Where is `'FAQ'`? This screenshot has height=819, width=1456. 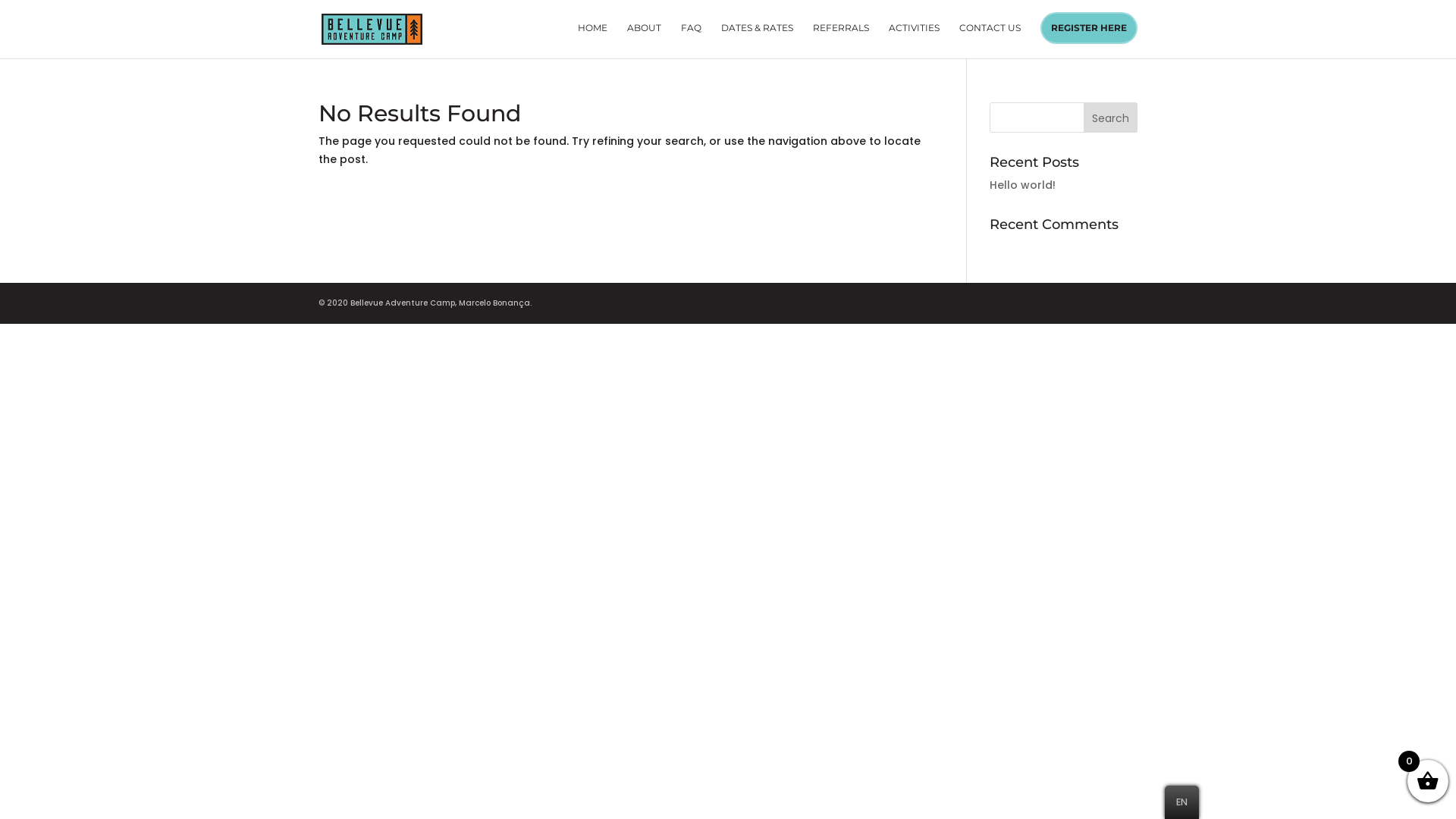
'FAQ' is located at coordinates (679, 39).